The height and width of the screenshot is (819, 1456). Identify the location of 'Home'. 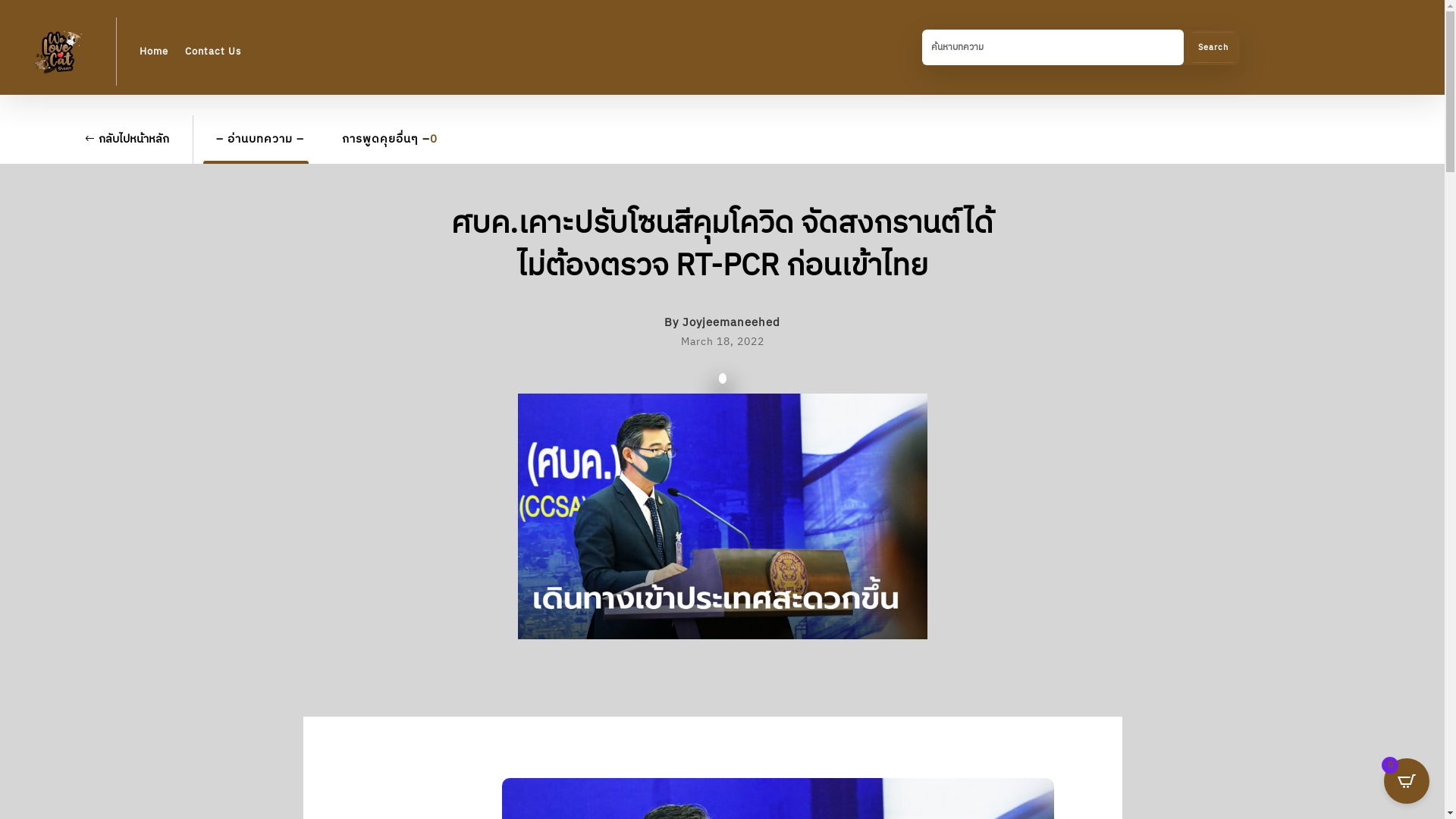
(153, 51).